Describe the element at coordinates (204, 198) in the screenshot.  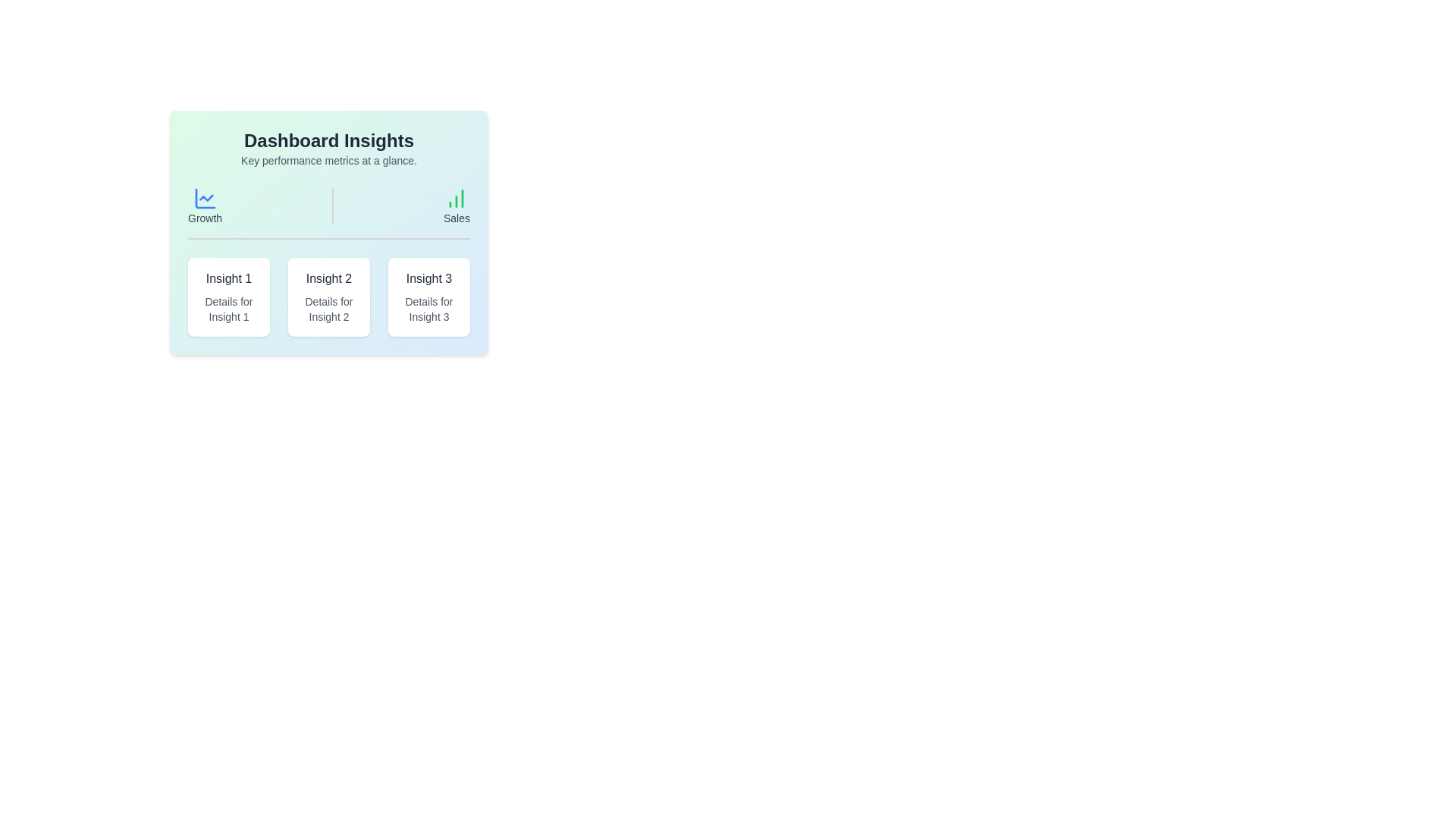
I see `the growth indicator icon located in the upper left area of the interface, positioned above the 'Growth' label and to the left of the 'Sales' section` at that location.